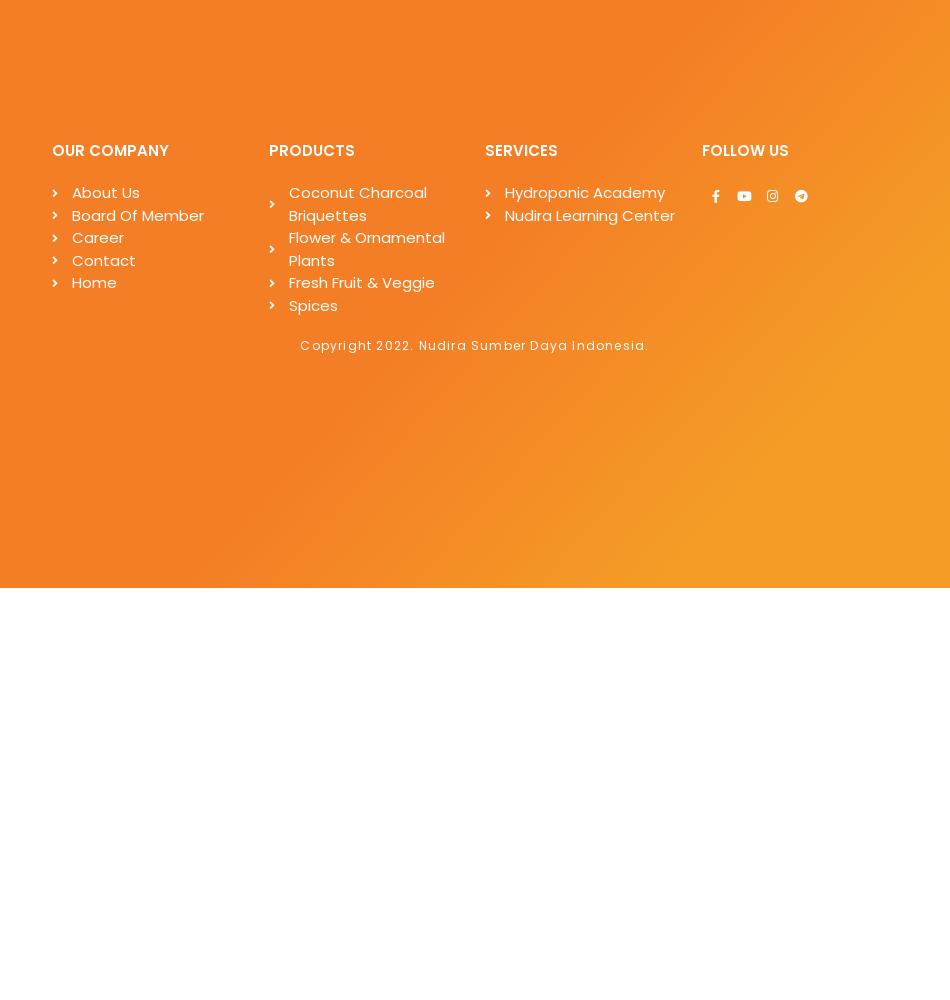 The image size is (950, 1000). What do you see at coordinates (743, 149) in the screenshot?
I see `'FOLLOW US'` at bounding box center [743, 149].